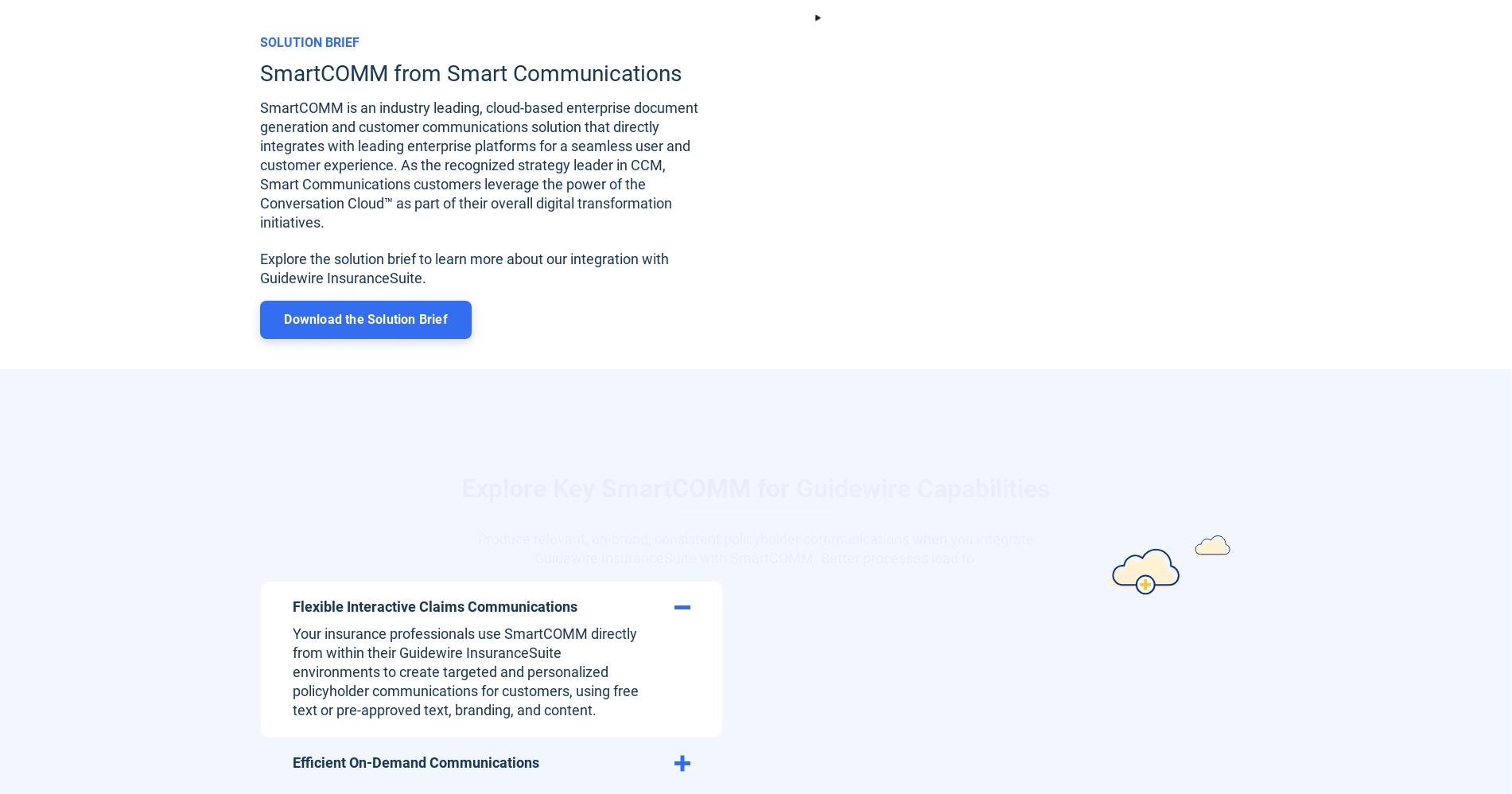  I want to click on 'Explore the solution brief to learn more about our integration with Guidewire InsuranceSuite.', so click(463, 267).